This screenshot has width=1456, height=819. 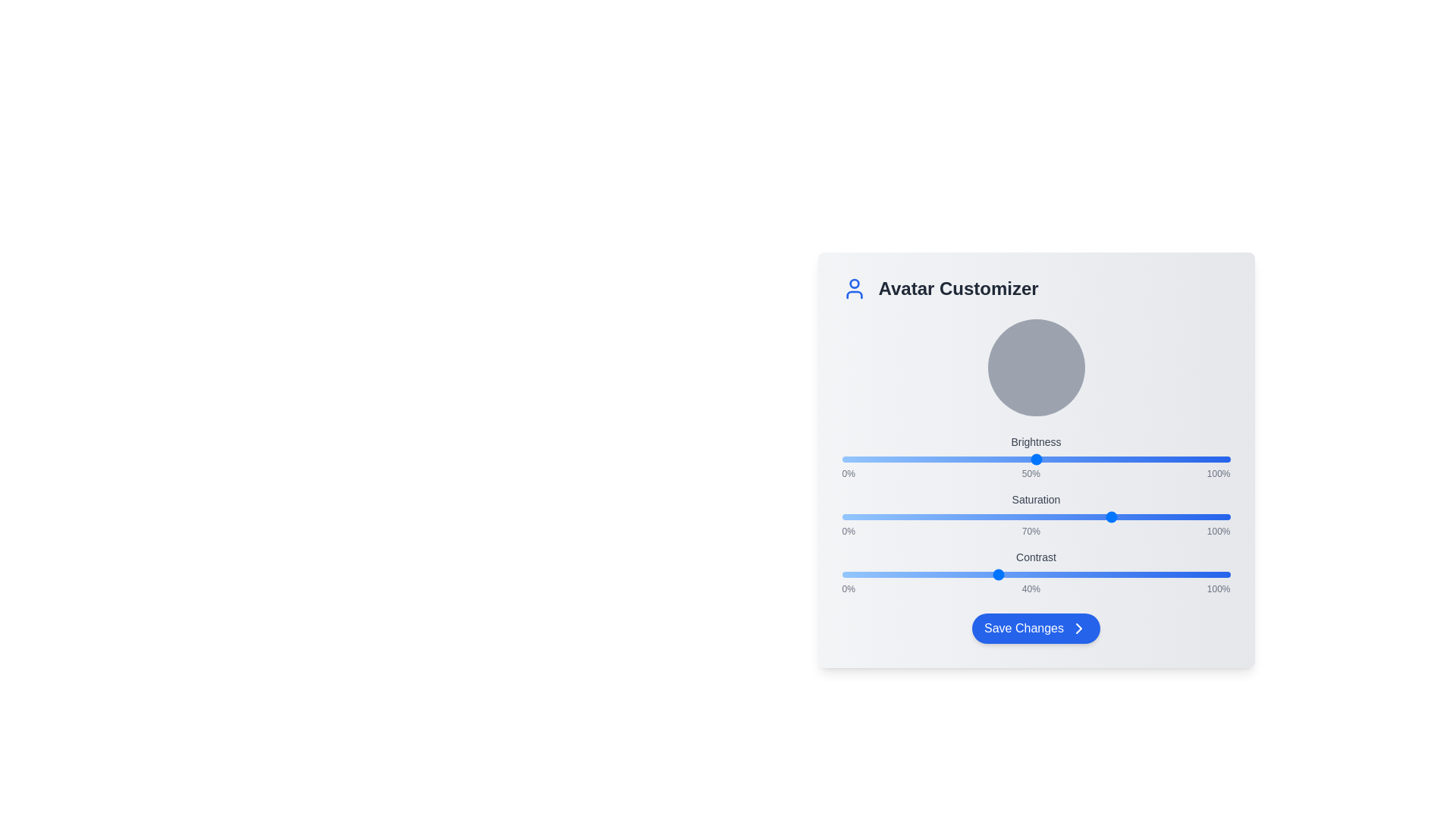 I want to click on 'Save Changes' button, so click(x=1035, y=629).